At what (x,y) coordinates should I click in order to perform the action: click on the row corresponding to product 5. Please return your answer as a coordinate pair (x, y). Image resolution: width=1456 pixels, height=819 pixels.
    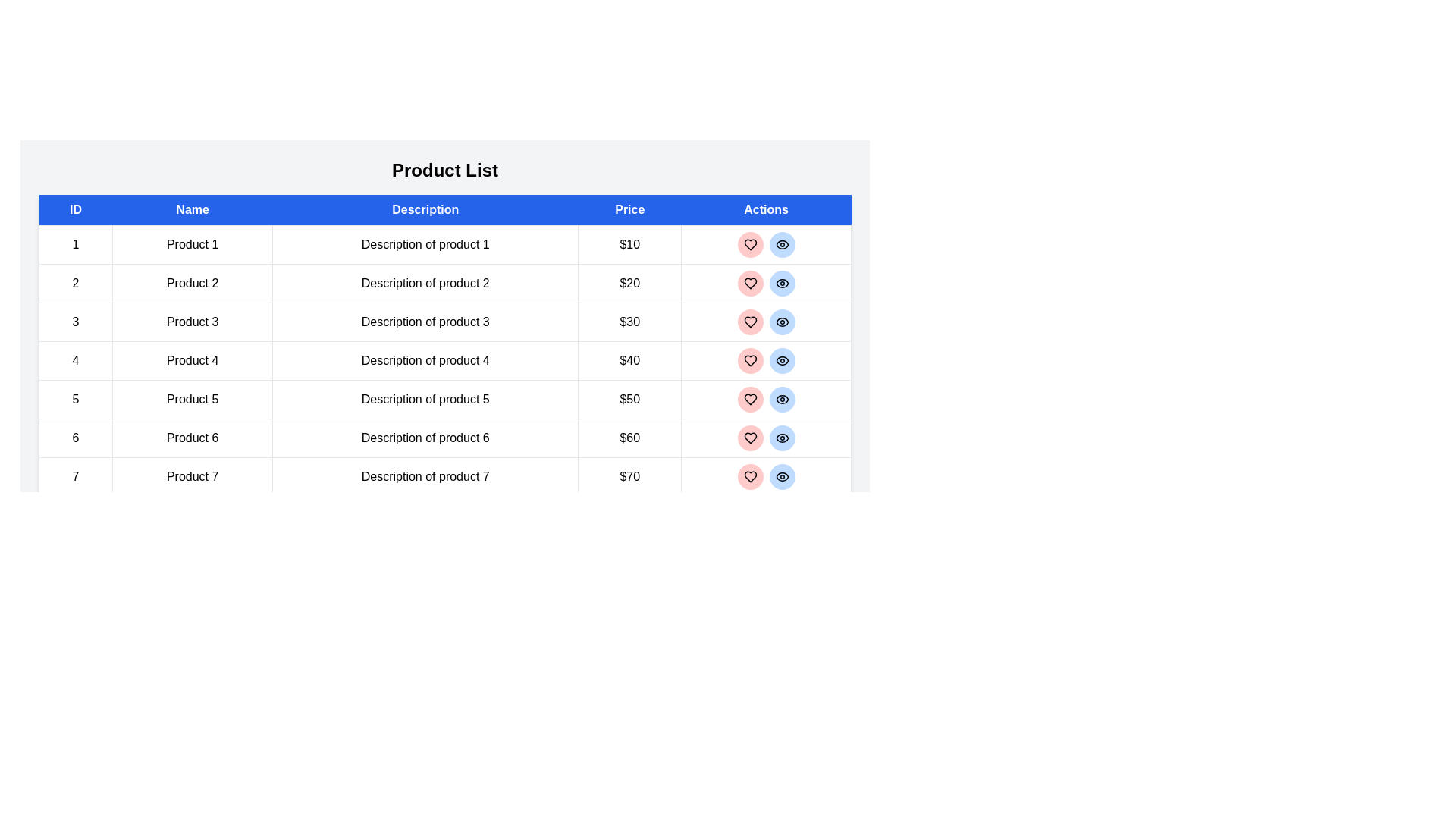
    Looking at the image, I should click on (444, 399).